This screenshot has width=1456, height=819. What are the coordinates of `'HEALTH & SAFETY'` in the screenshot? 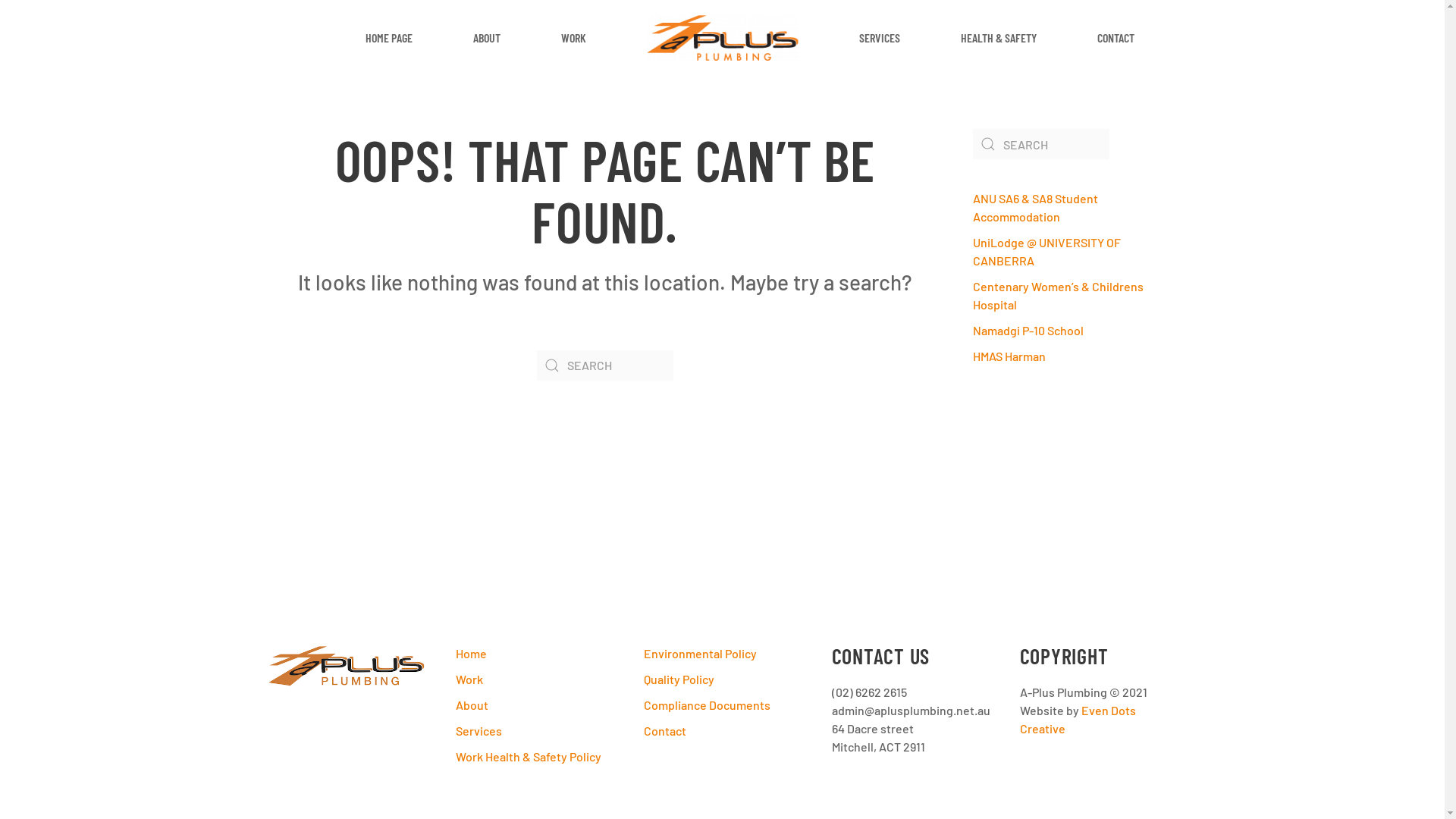 It's located at (997, 37).